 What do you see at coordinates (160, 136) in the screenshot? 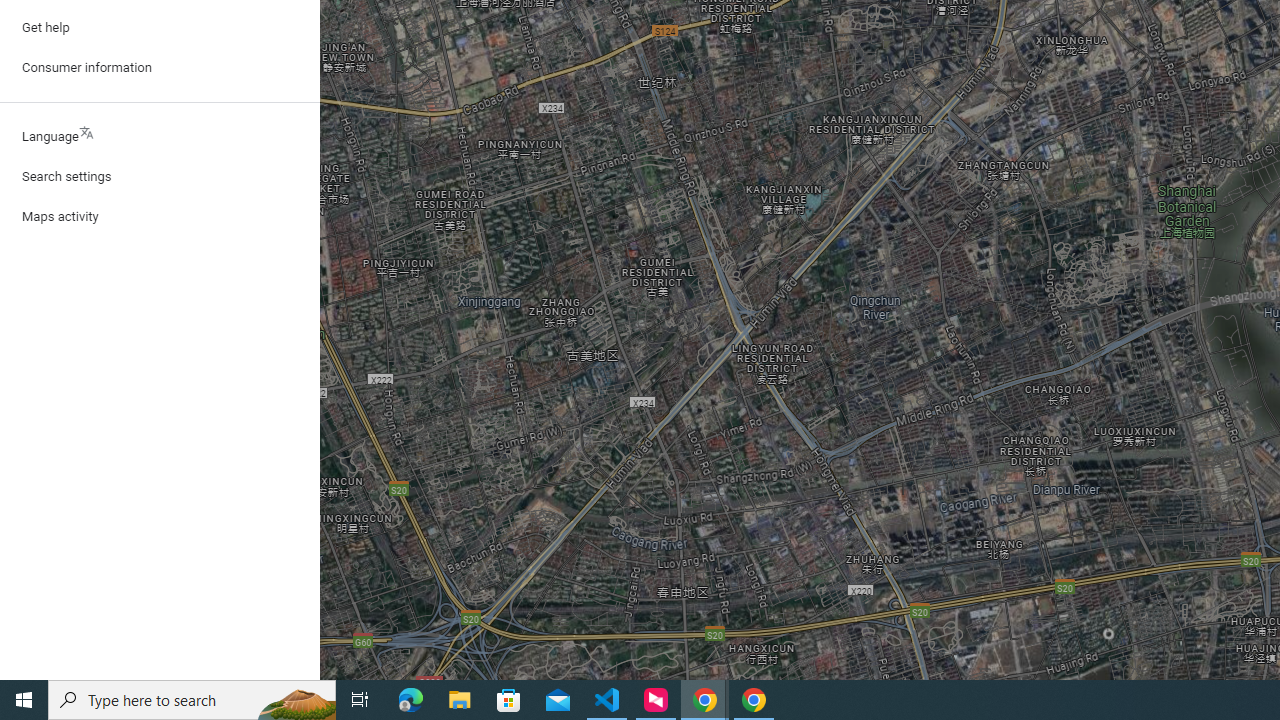
I see `'Language'` at bounding box center [160, 136].